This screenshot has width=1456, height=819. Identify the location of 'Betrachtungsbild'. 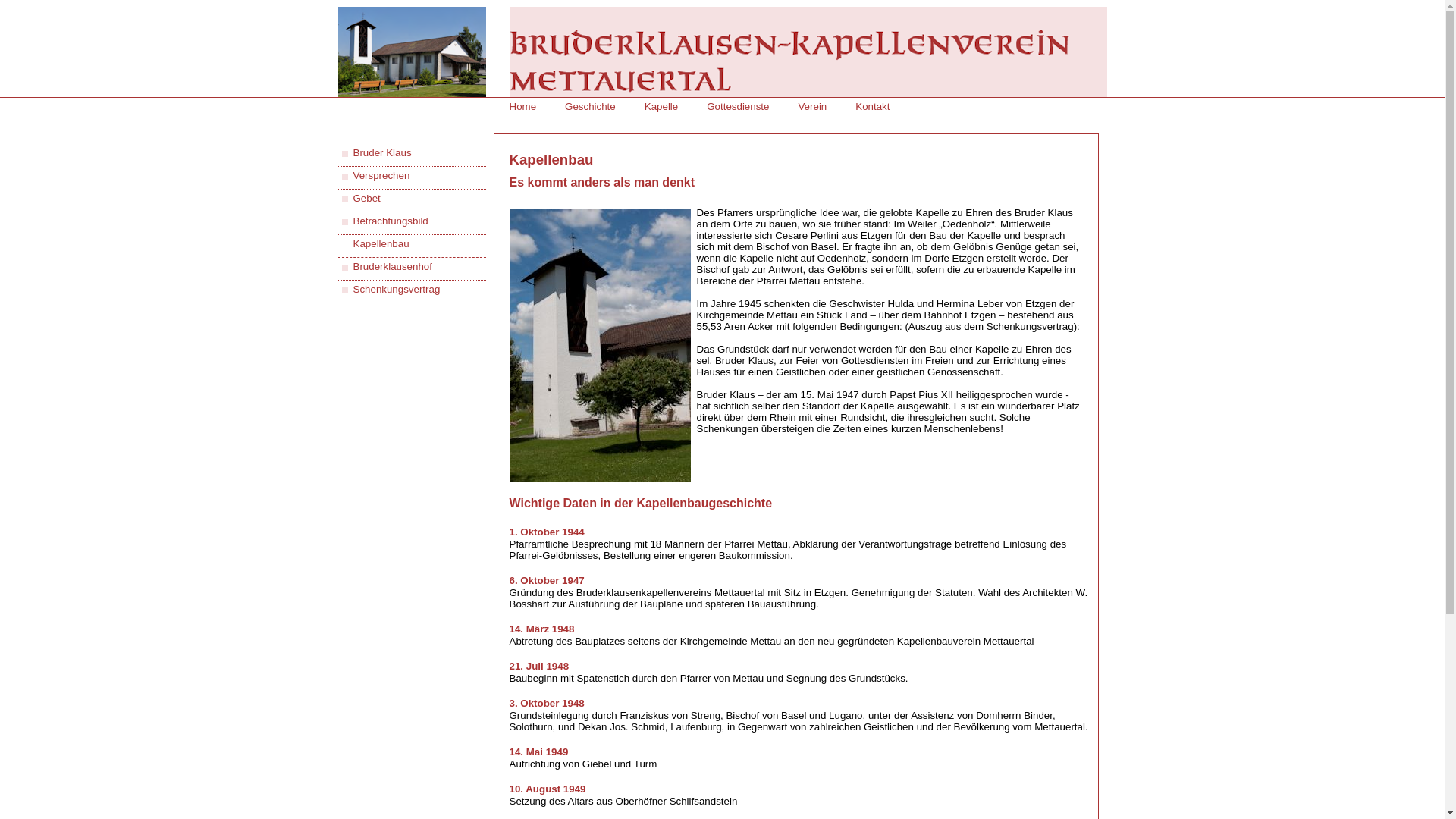
(391, 221).